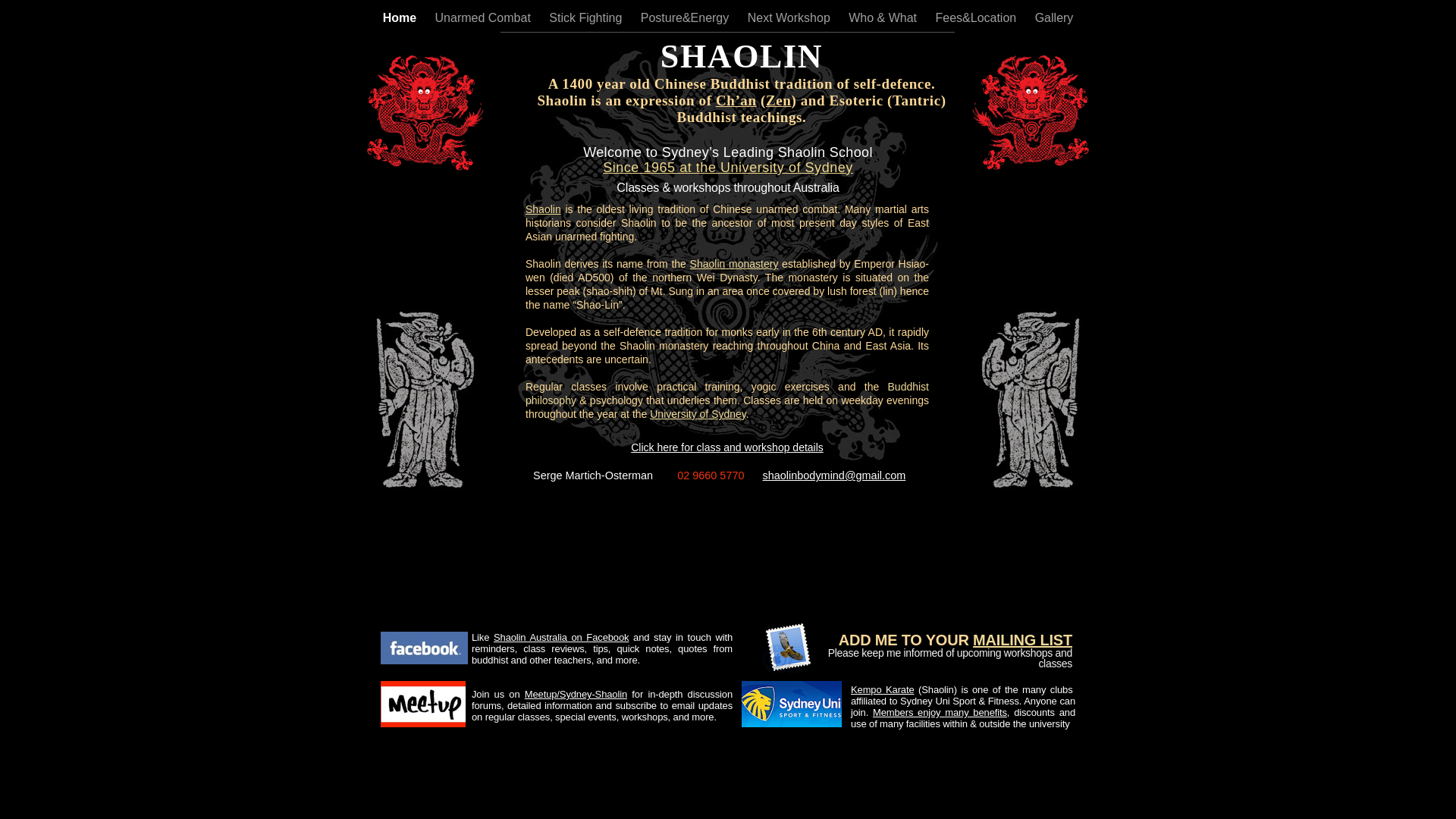  Describe the element at coordinates (1053, 17) in the screenshot. I see `'Gallery'` at that location.